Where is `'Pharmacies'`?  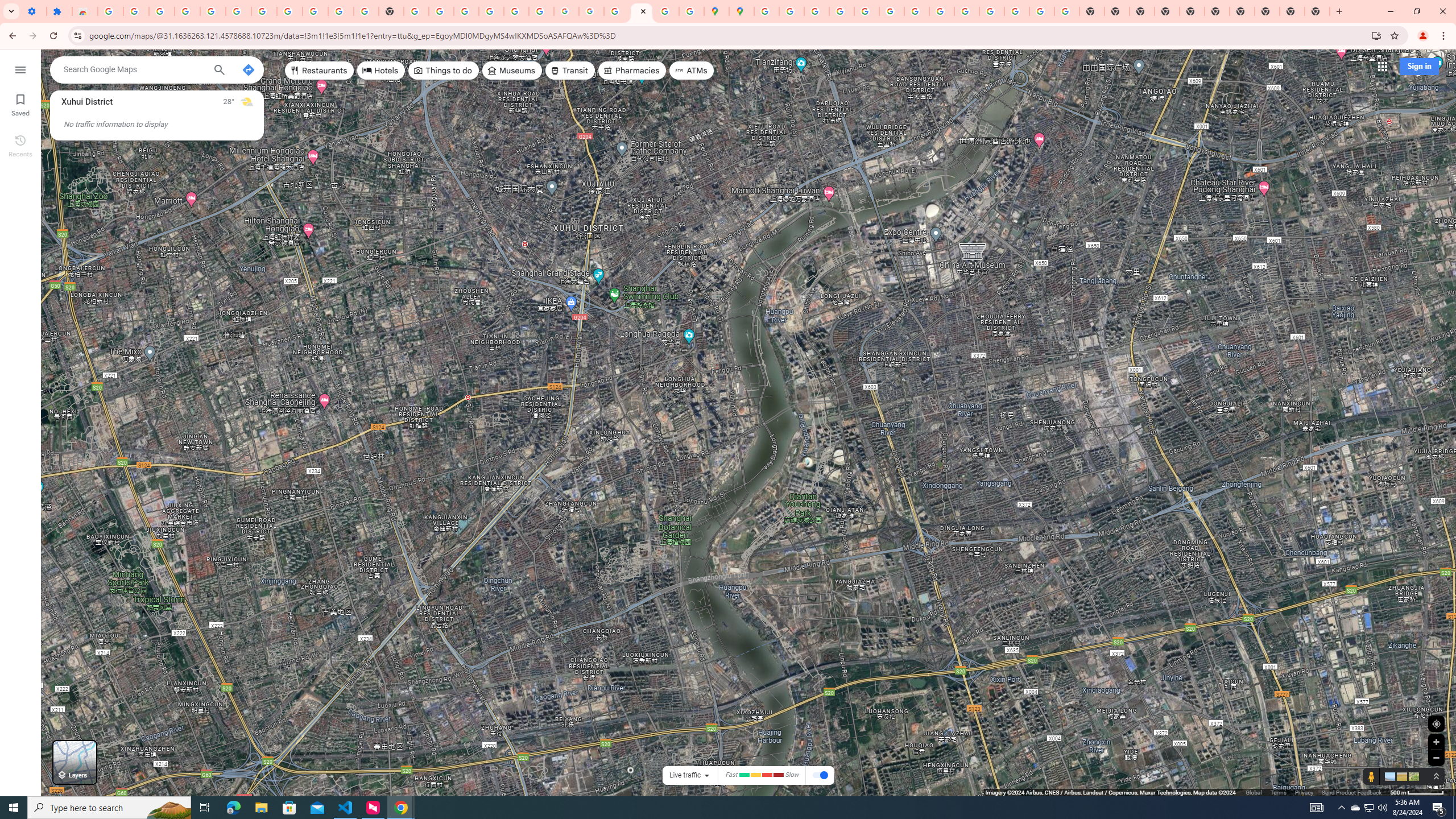
'Pharmacies' is located at coordinates (632, 69).